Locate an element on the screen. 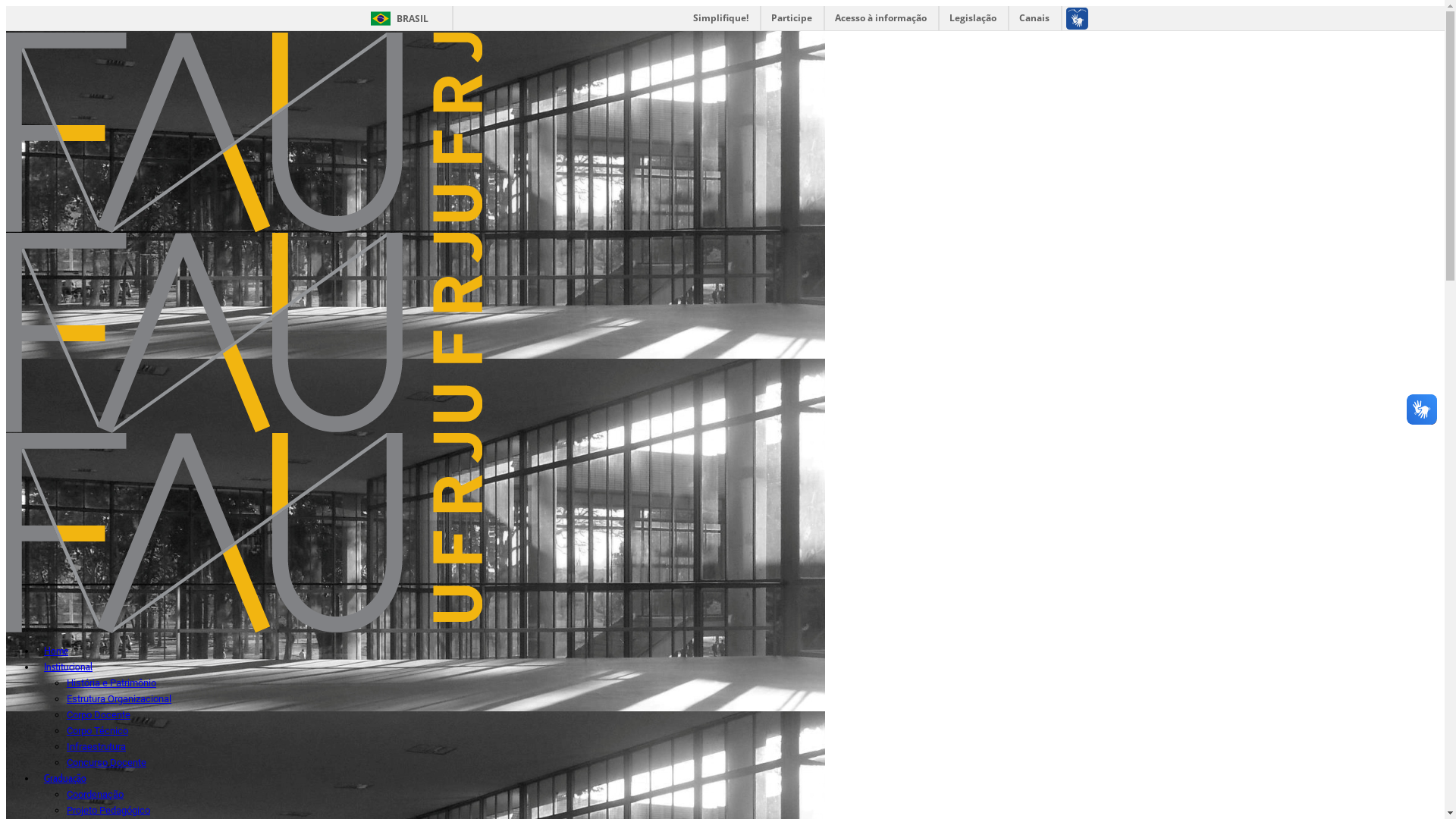  'Simplifique!' is located at coordinates (720, 17).